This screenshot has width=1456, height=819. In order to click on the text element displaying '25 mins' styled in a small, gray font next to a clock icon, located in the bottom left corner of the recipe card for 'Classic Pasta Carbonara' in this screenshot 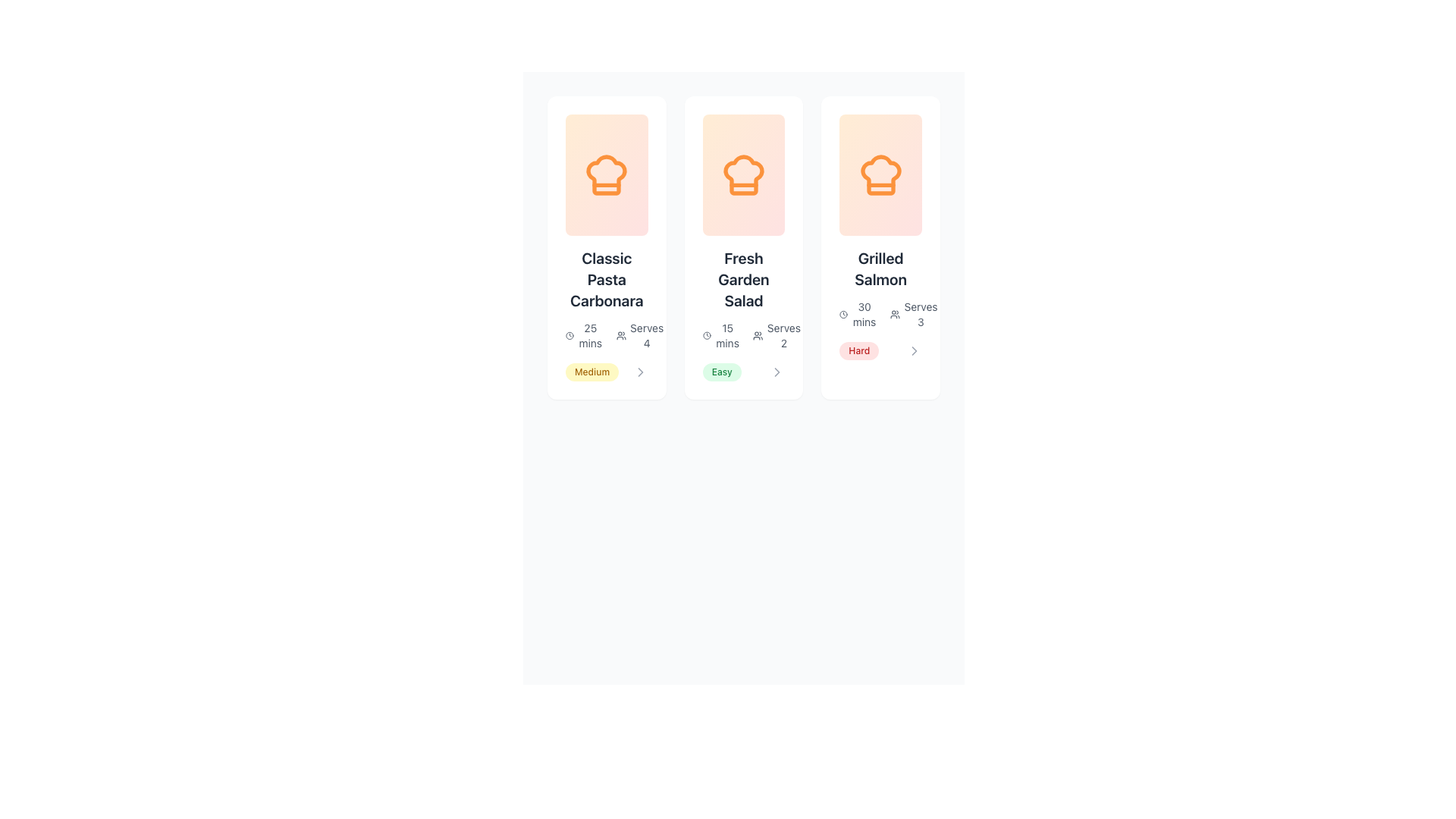, I will do `click(584, 335)`.